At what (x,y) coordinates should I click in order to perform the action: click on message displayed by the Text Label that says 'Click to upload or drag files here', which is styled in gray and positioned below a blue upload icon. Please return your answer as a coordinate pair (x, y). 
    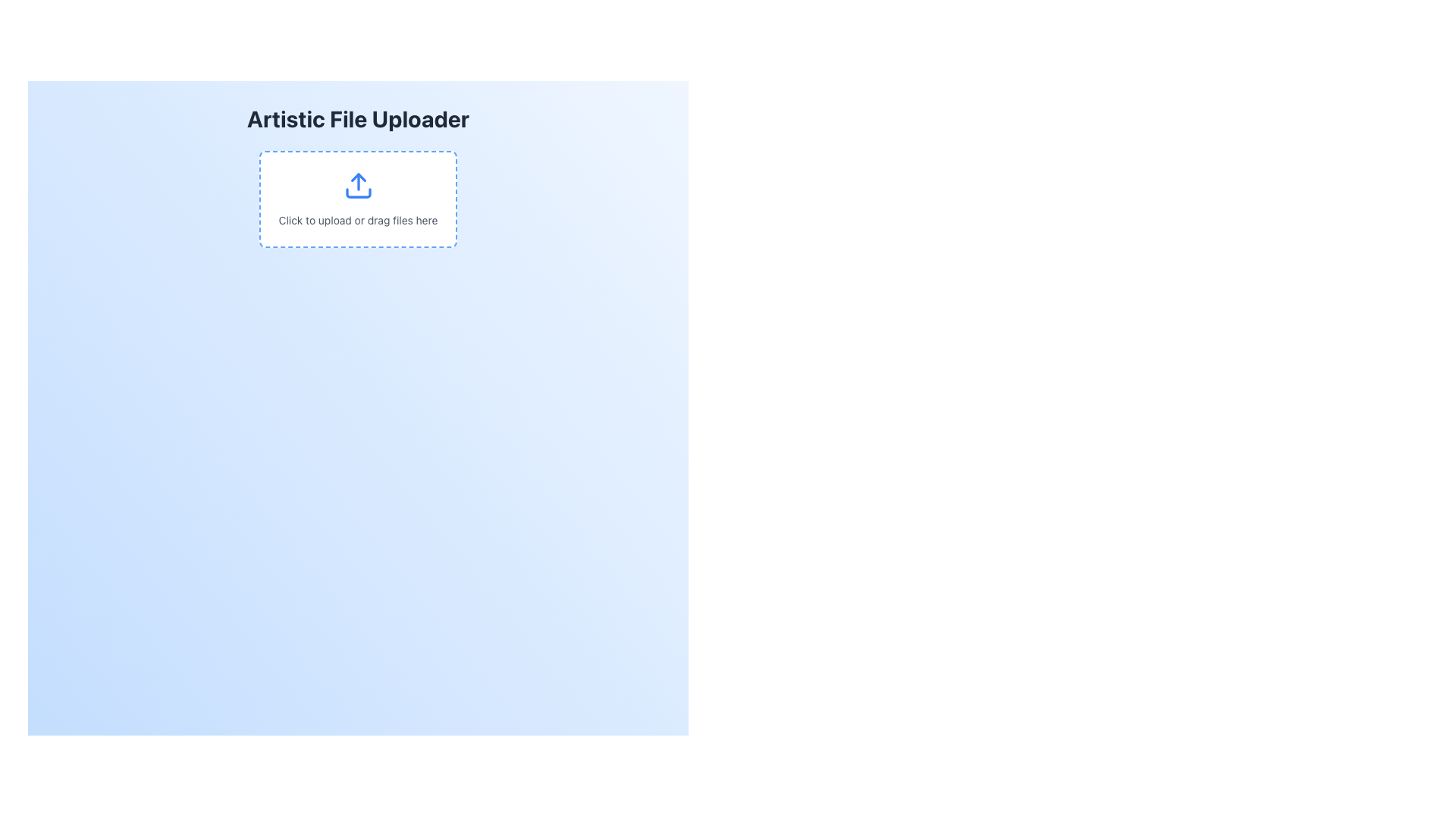
    Looking at the image, I should click on (357, 220).